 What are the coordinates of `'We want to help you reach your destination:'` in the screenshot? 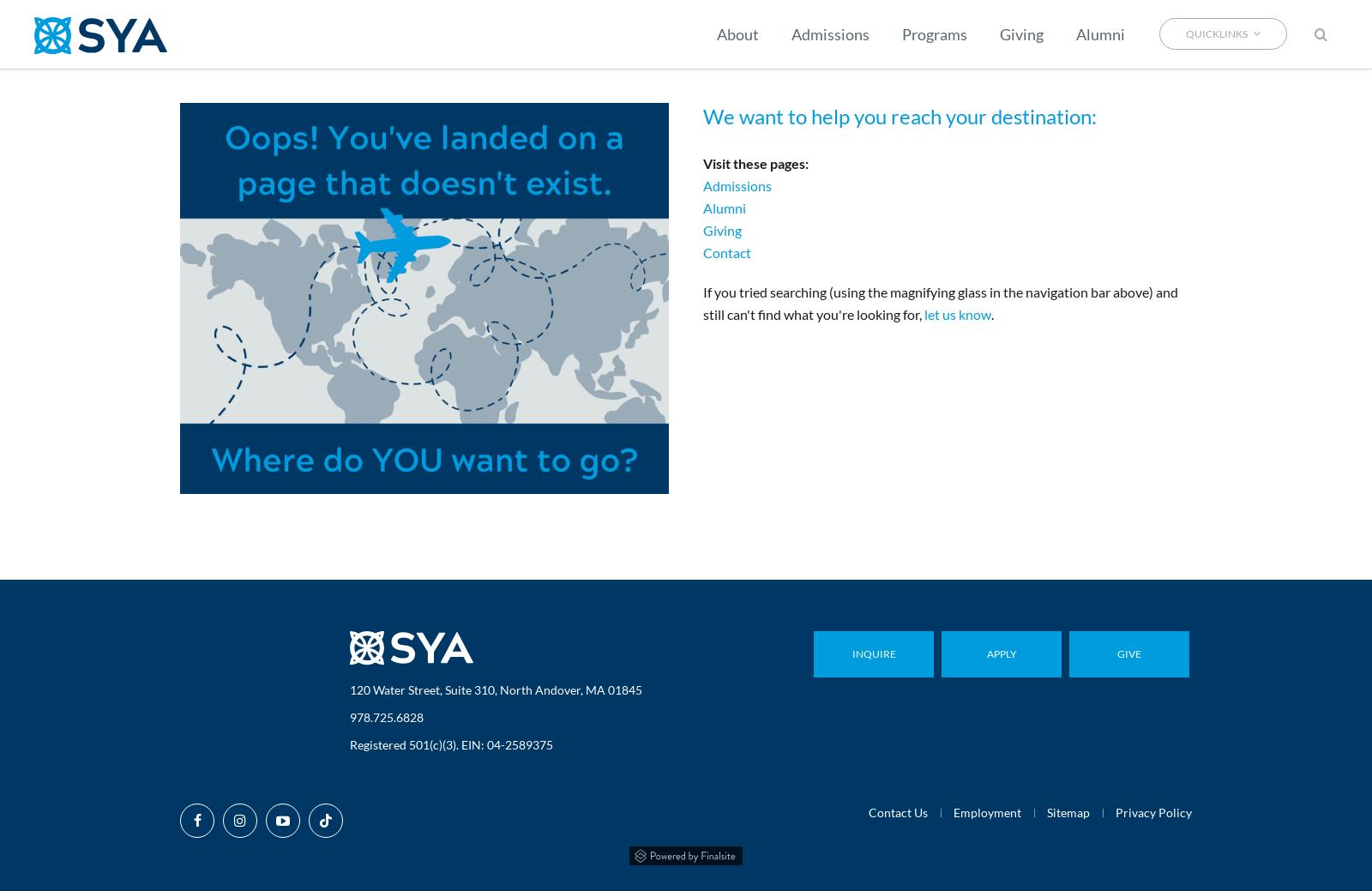 It's located at (900, 115).